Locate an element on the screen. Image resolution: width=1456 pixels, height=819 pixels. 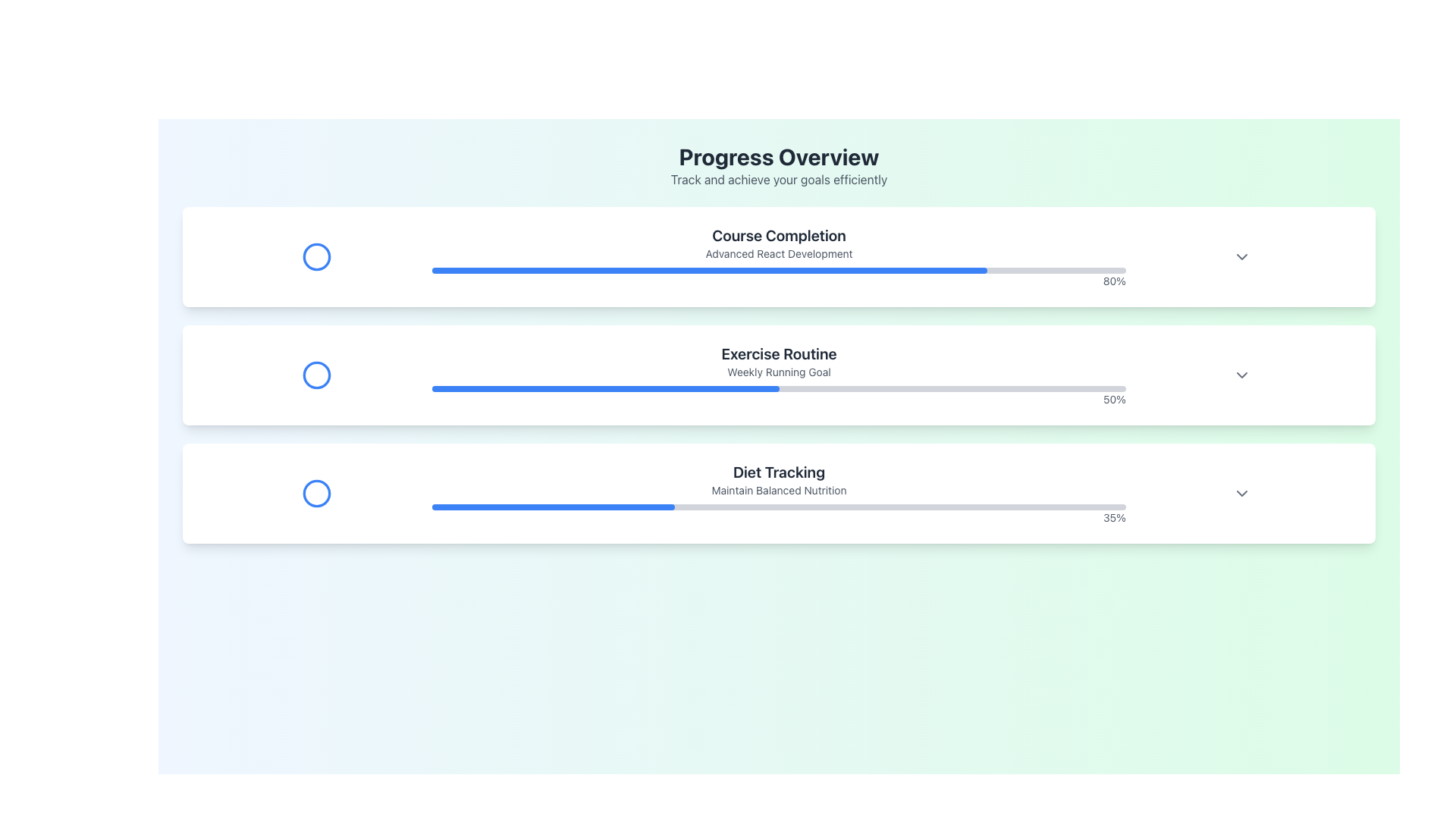
the circular element with a blue border that resembles a radio button, located next to the 'Diet Tracking' title in the left section of the third item in a vertical list of progress bars is located at coordinates (315, 494).